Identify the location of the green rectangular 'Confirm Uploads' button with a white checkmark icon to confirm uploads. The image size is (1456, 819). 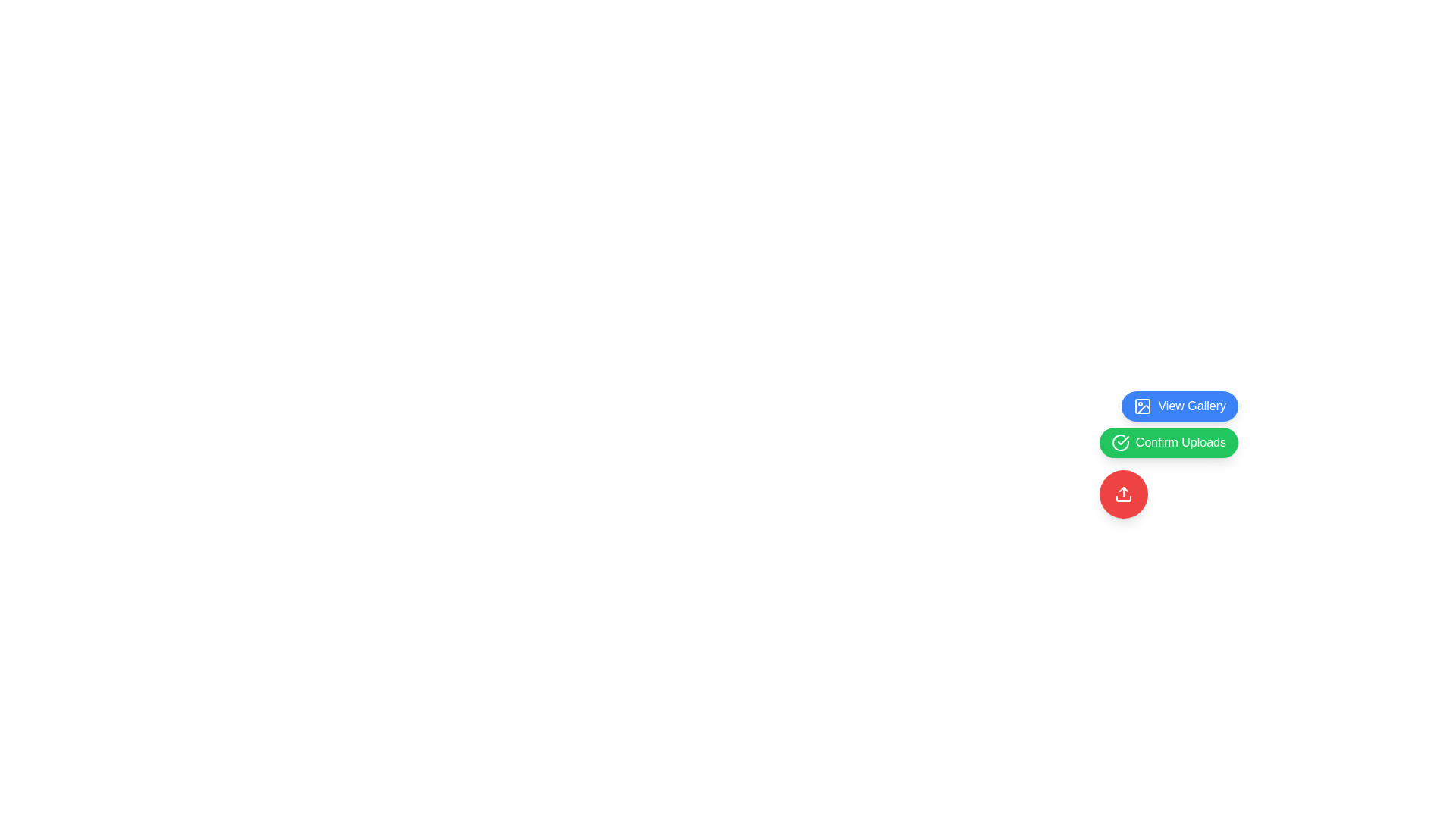
(1168, 442).